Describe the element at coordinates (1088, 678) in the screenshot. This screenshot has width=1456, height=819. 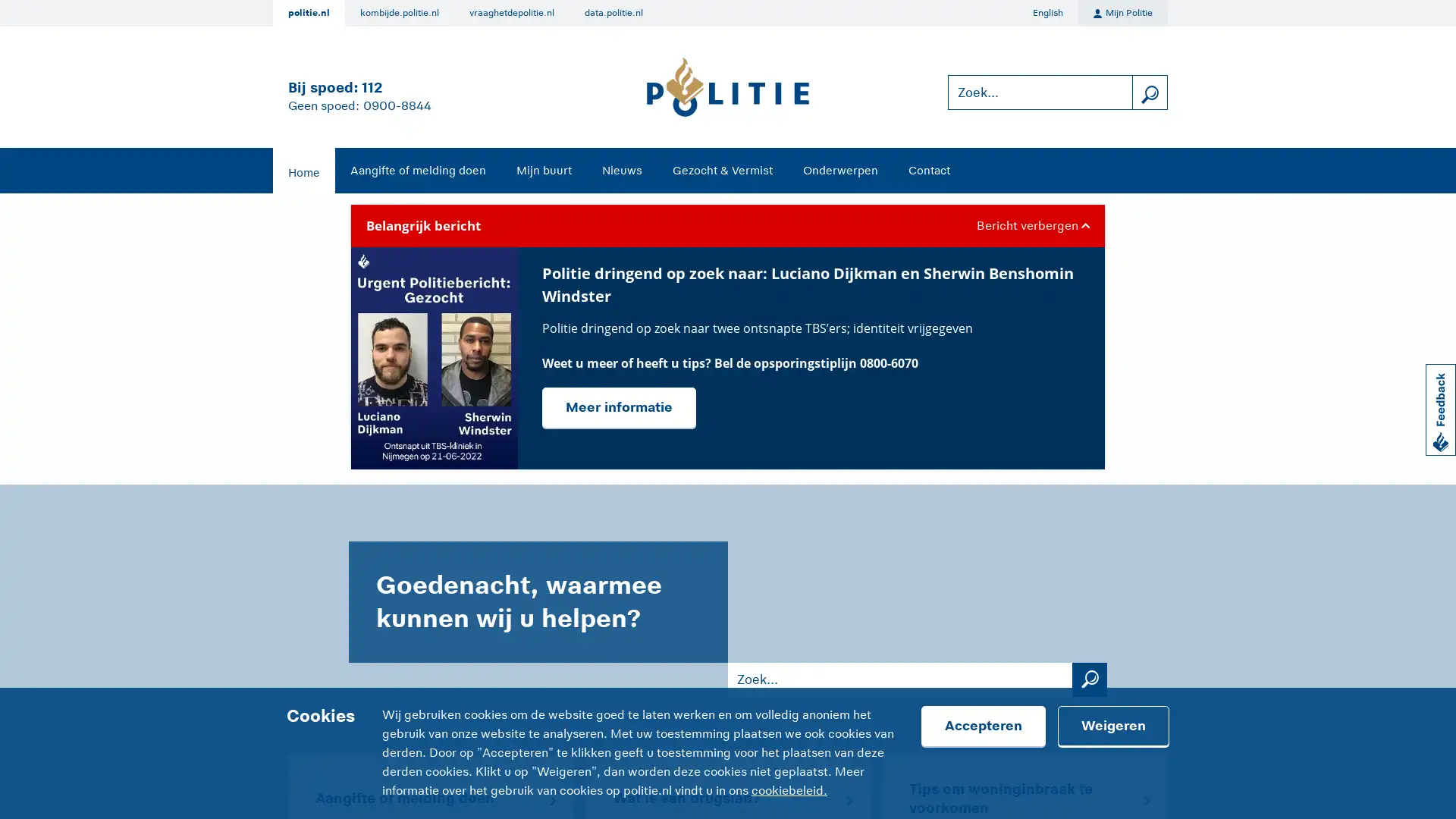
I see `zoeken` at that location.